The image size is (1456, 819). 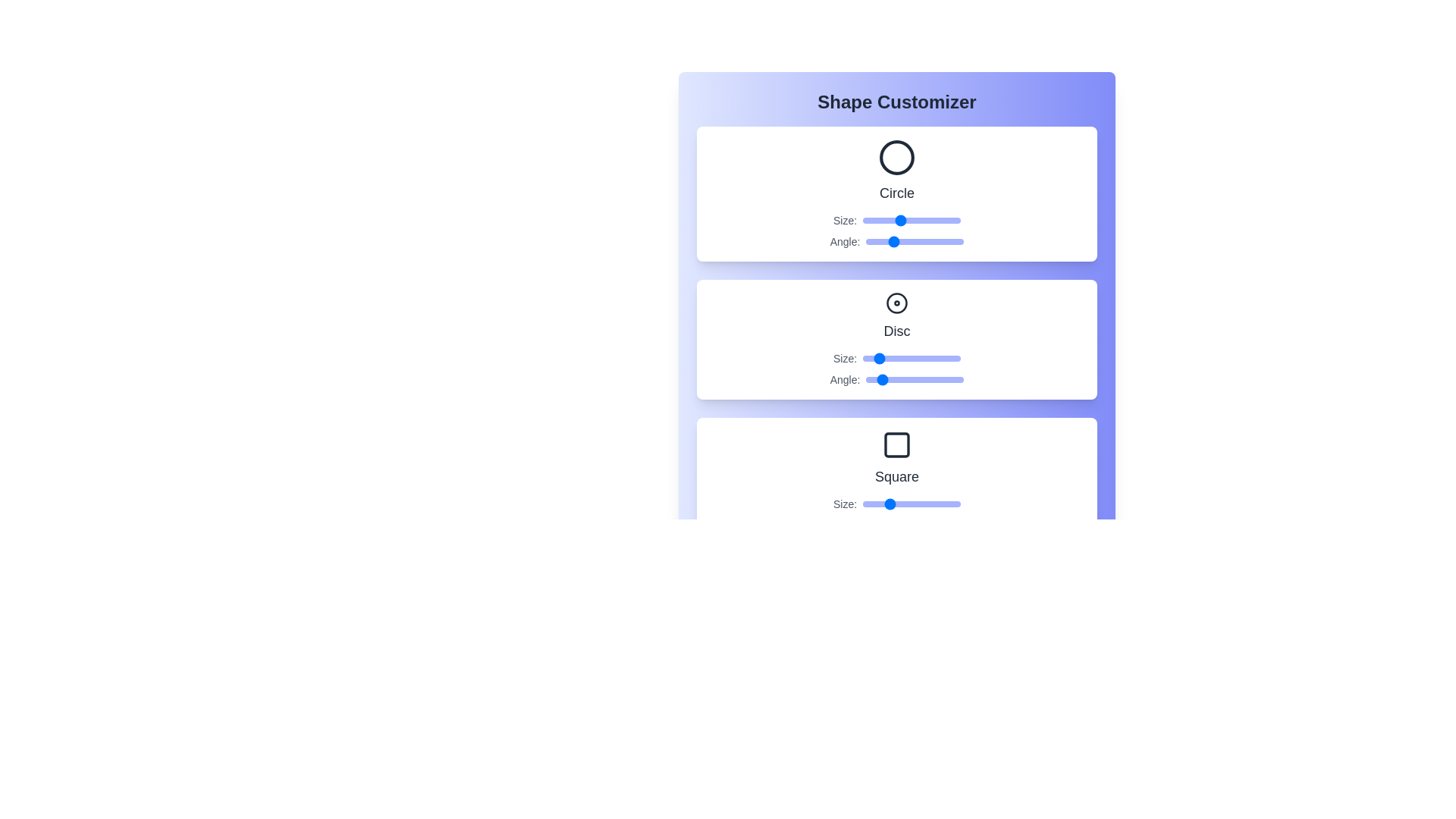 I want to click on the angle of the Disc shape to 266 degrees, so click(x=937, y=379).